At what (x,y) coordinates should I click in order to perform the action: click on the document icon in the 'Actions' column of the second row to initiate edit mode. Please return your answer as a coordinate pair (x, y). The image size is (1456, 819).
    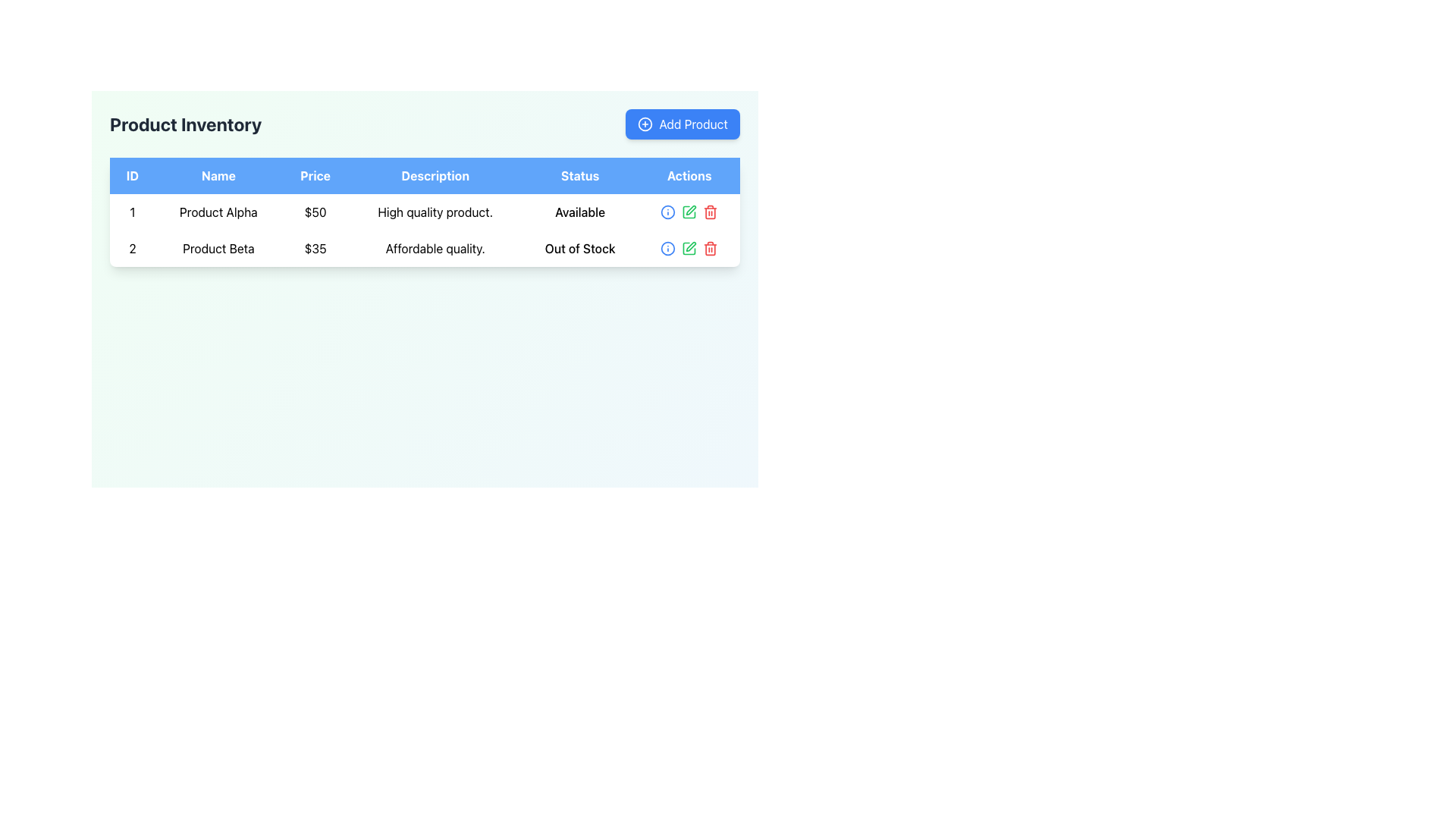
    Looking at the image, I should click on (688, 212).